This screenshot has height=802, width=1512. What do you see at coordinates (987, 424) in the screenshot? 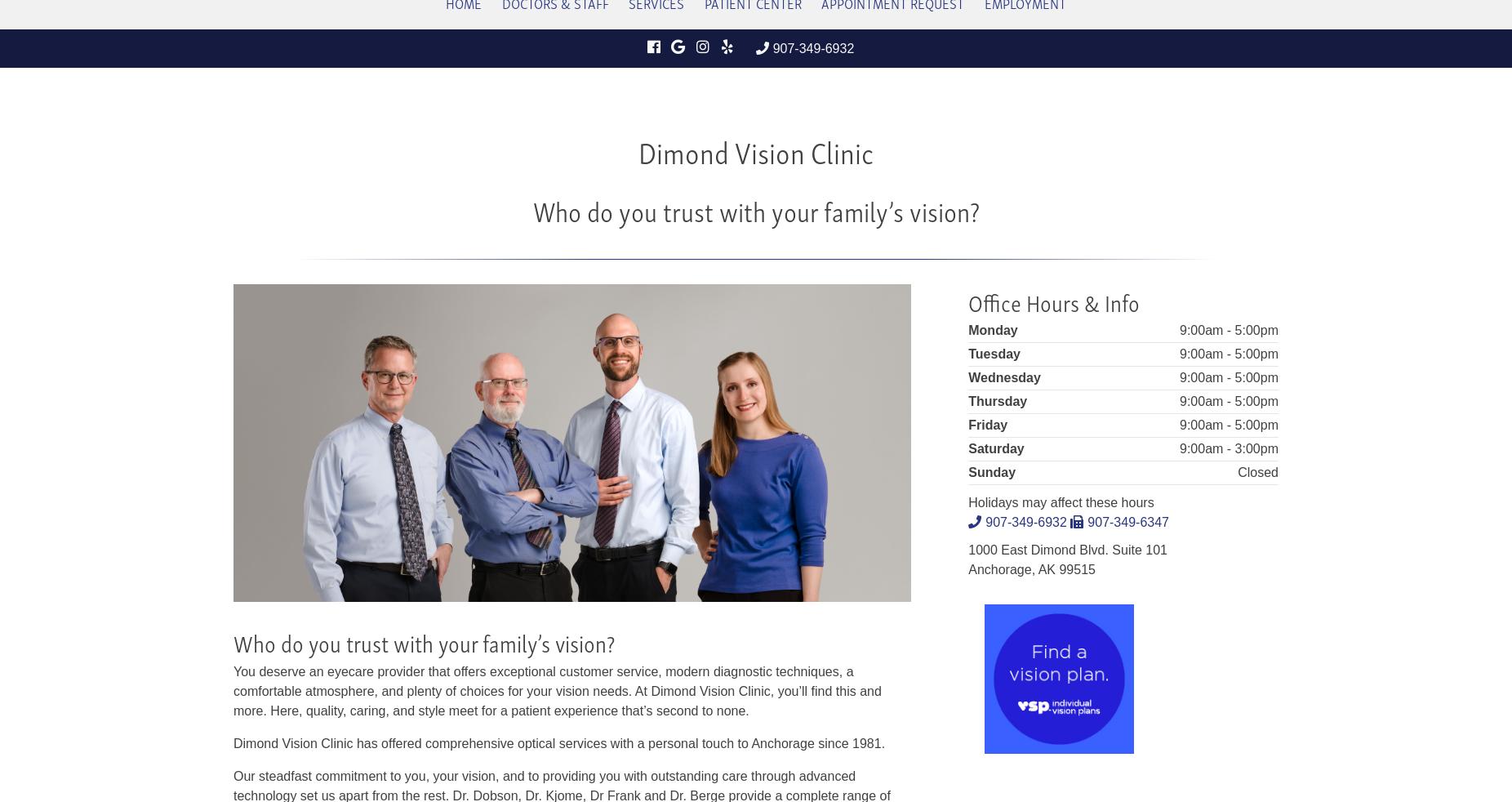
I see `'Friday'` at bounding box center [987, 424].